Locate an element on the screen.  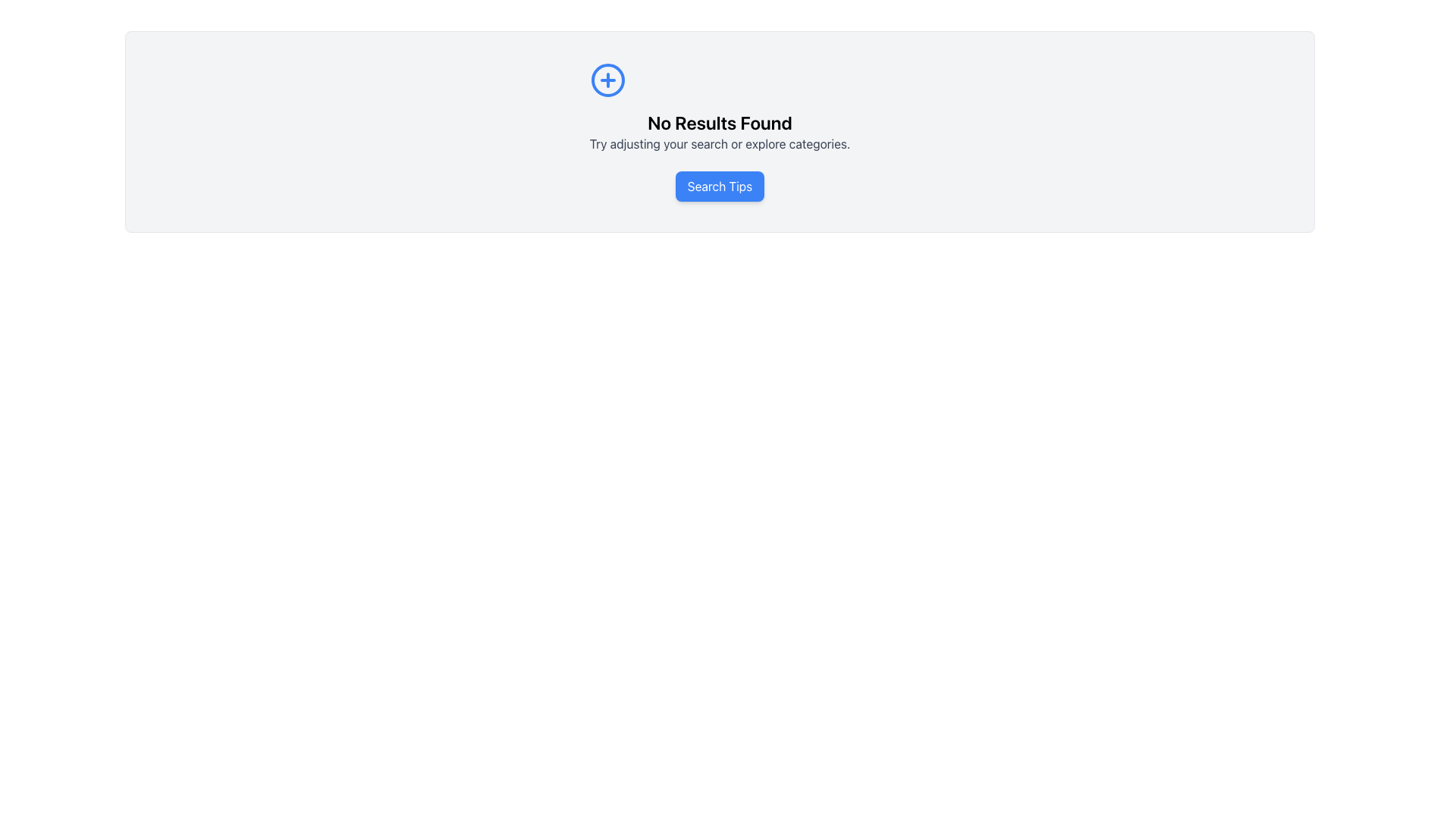
the static text element displaying 'Try adjusting your search or explore categories.' which is located directly beneath the 'No Results Found' heading is located at coordinates (719, 143).